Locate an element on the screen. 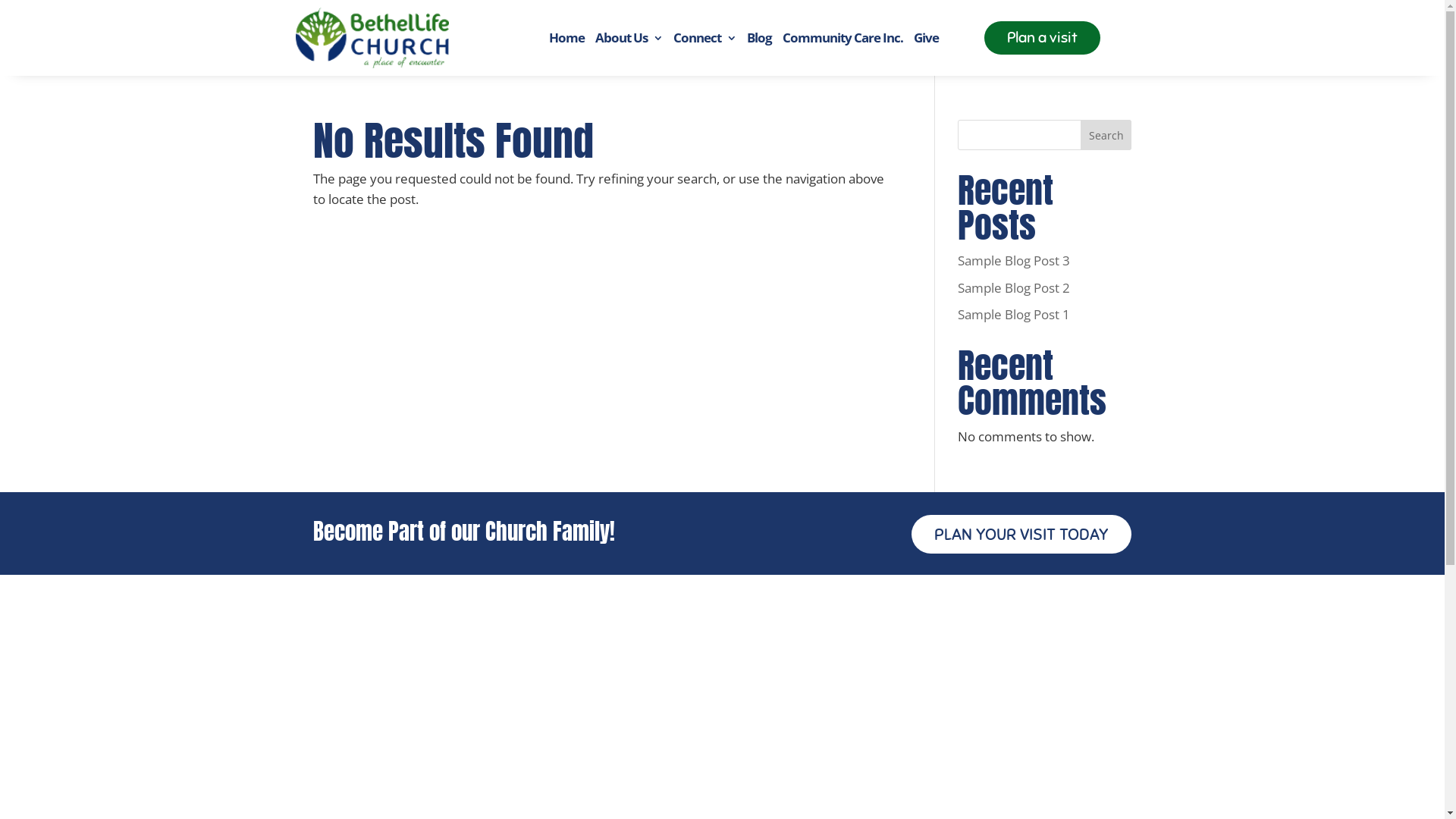 This screenshot has height=819, width=1456. 'Home' is located at coordinates (548, 37).